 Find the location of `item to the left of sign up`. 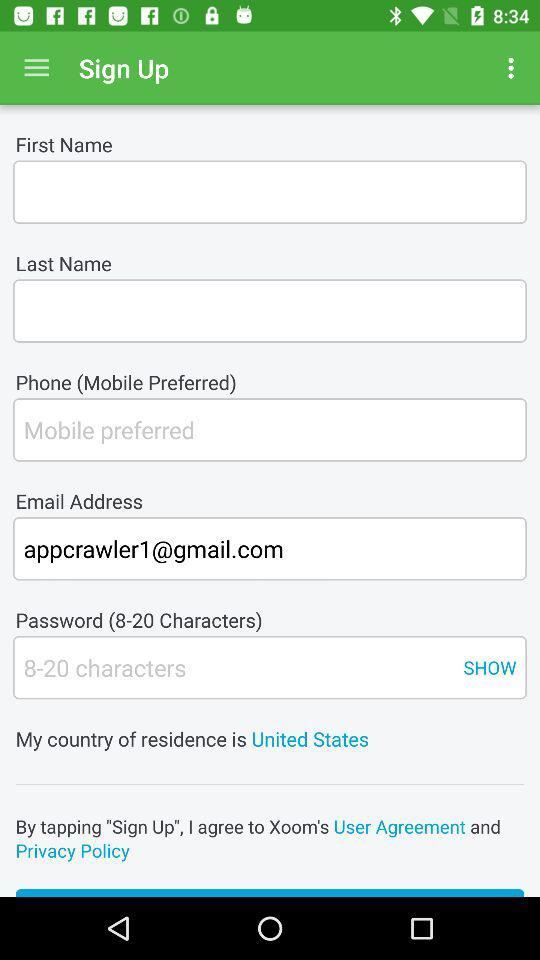

item to the left of sign up is located at coordinates (36, 68).